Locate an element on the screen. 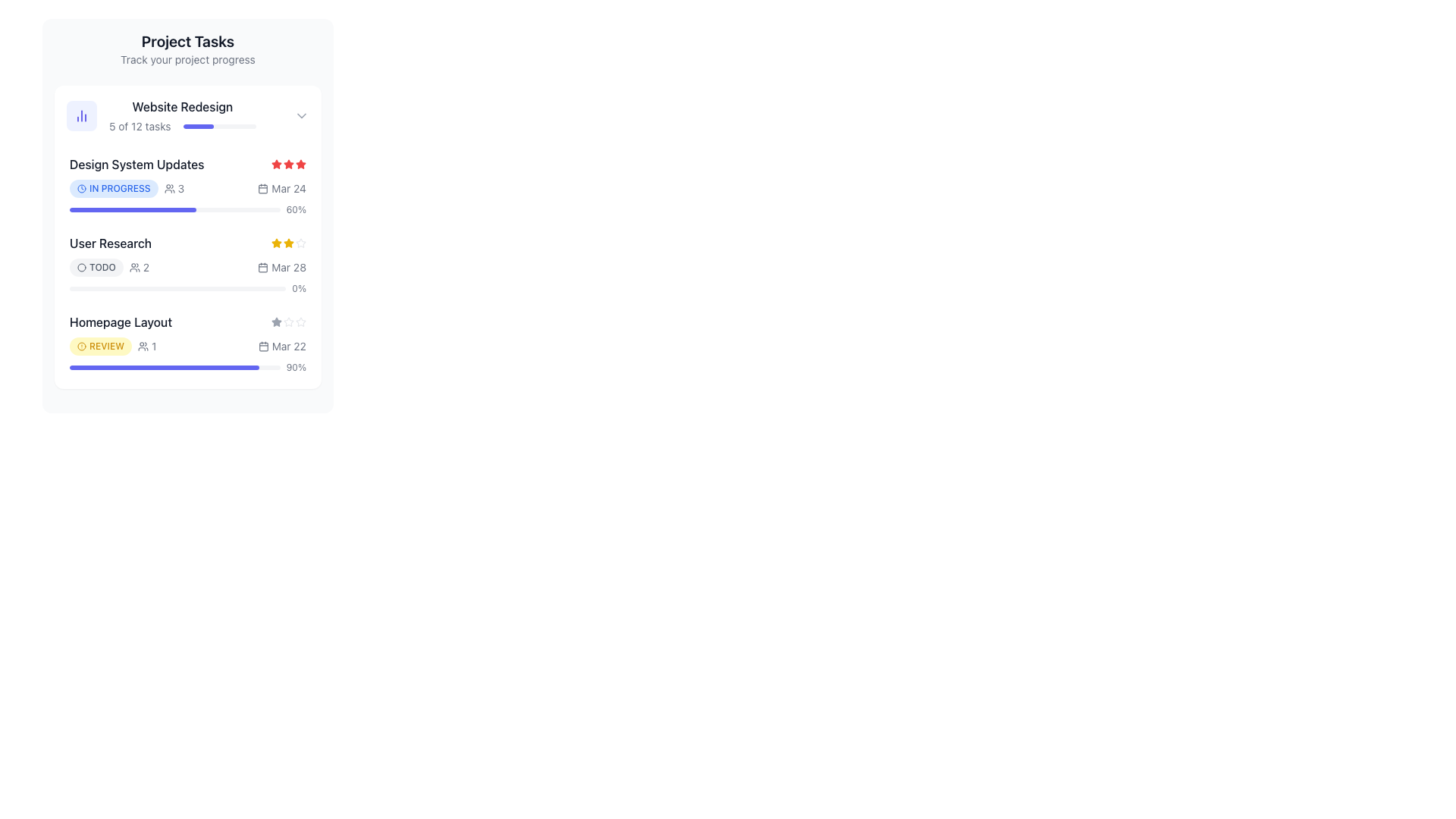 The height and width of the screenshot is (819, 1456). the completed portion of the progress bar in the 'Website Redesign' section, which is styled with a purple fill and indicates 41.67% completion is located at coordinates (197, 125).